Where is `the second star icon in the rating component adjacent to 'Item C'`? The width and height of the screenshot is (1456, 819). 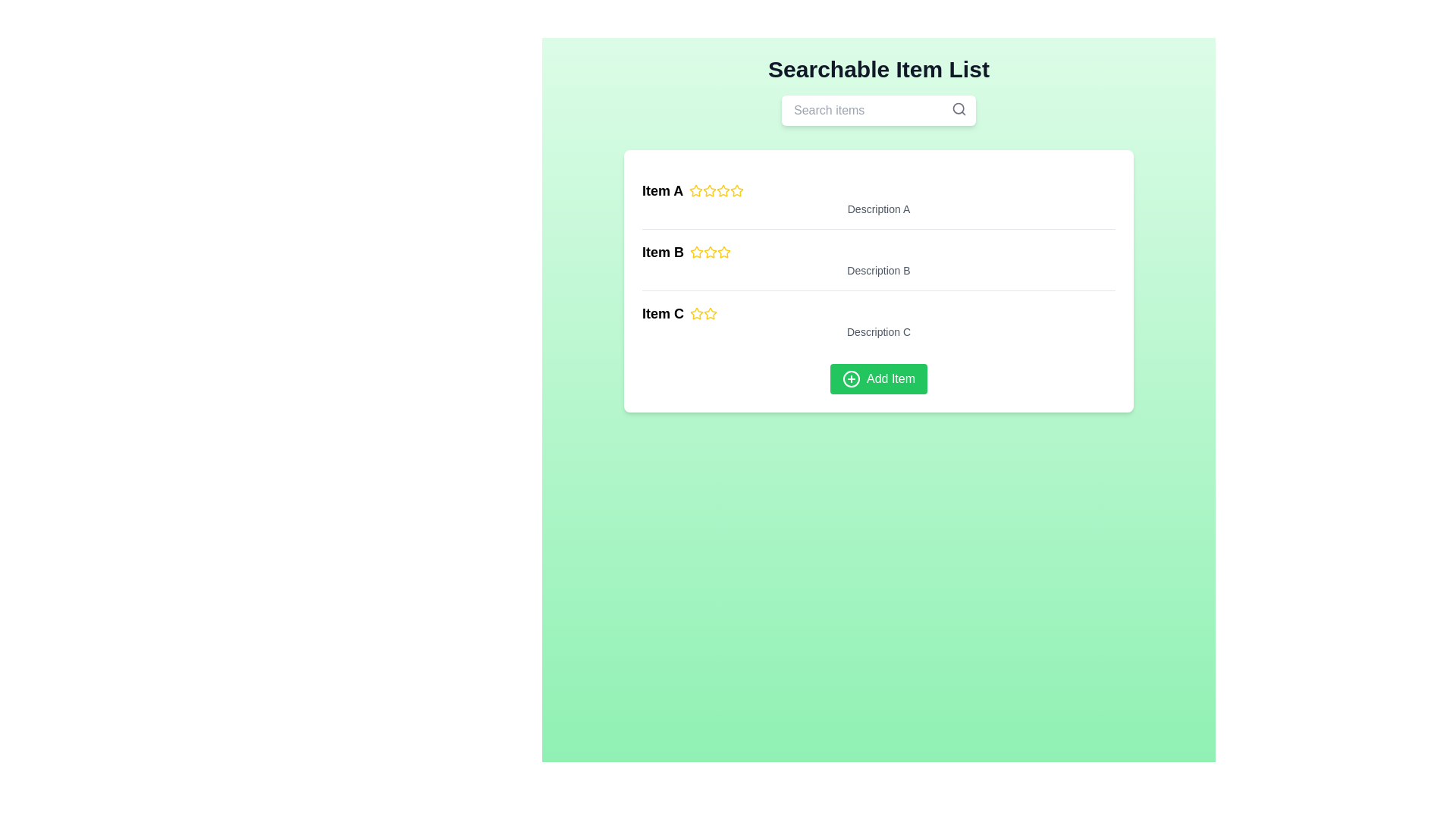 the second star icon in the rating component adjacent to 'Item C' is located at coordinates (709, 312).